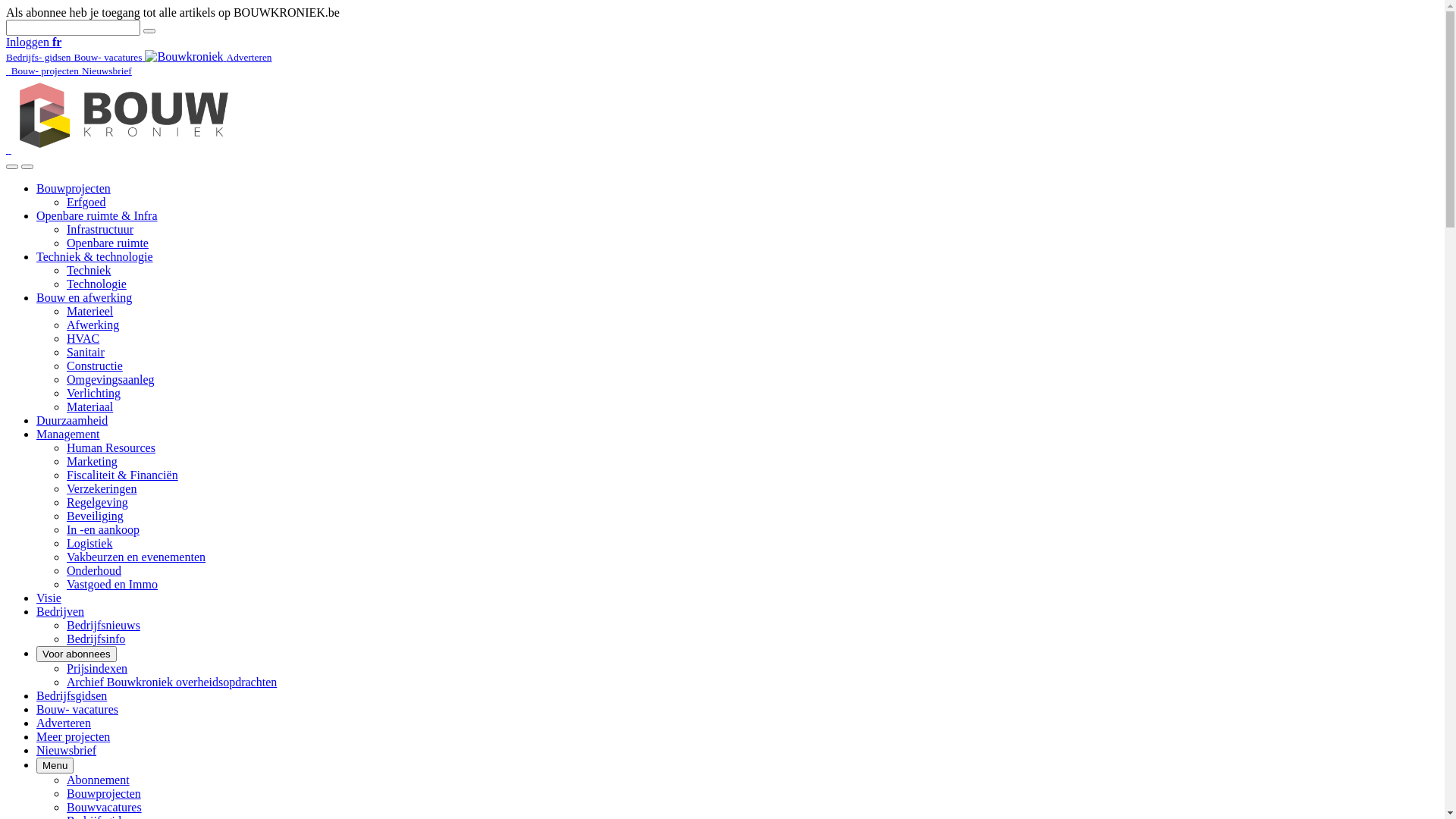  What do you see at coordinates (96, 215) in the screenshot?
I see `'Openbare ruimte & Infra'` at bounding box center [96, 215].